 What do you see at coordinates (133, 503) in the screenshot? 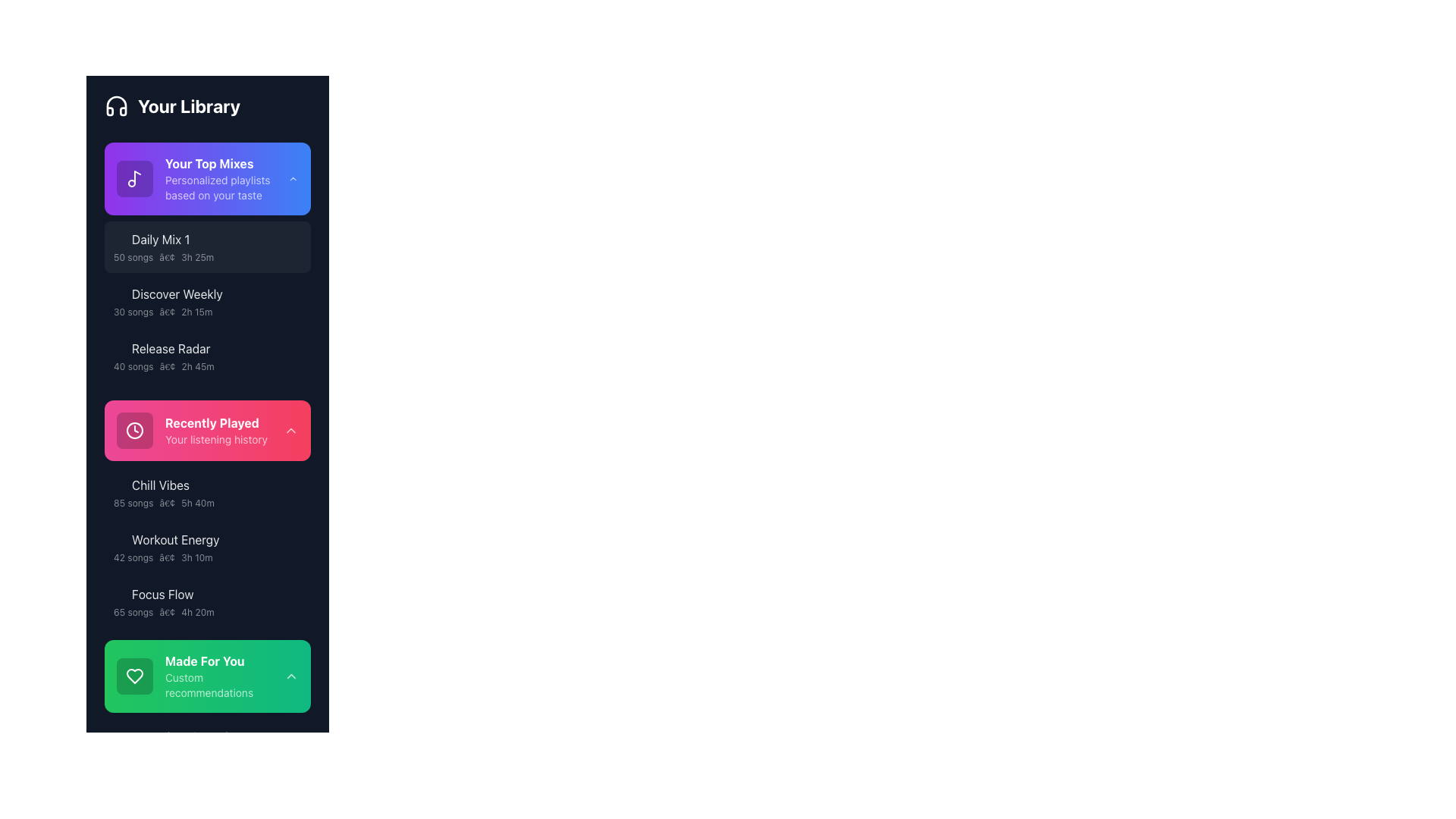
I see `the text label that displays '85 songs', located under the 'Chill Vibes' section and preceding the text '5h 40m'` at bounding box center [133, 503].